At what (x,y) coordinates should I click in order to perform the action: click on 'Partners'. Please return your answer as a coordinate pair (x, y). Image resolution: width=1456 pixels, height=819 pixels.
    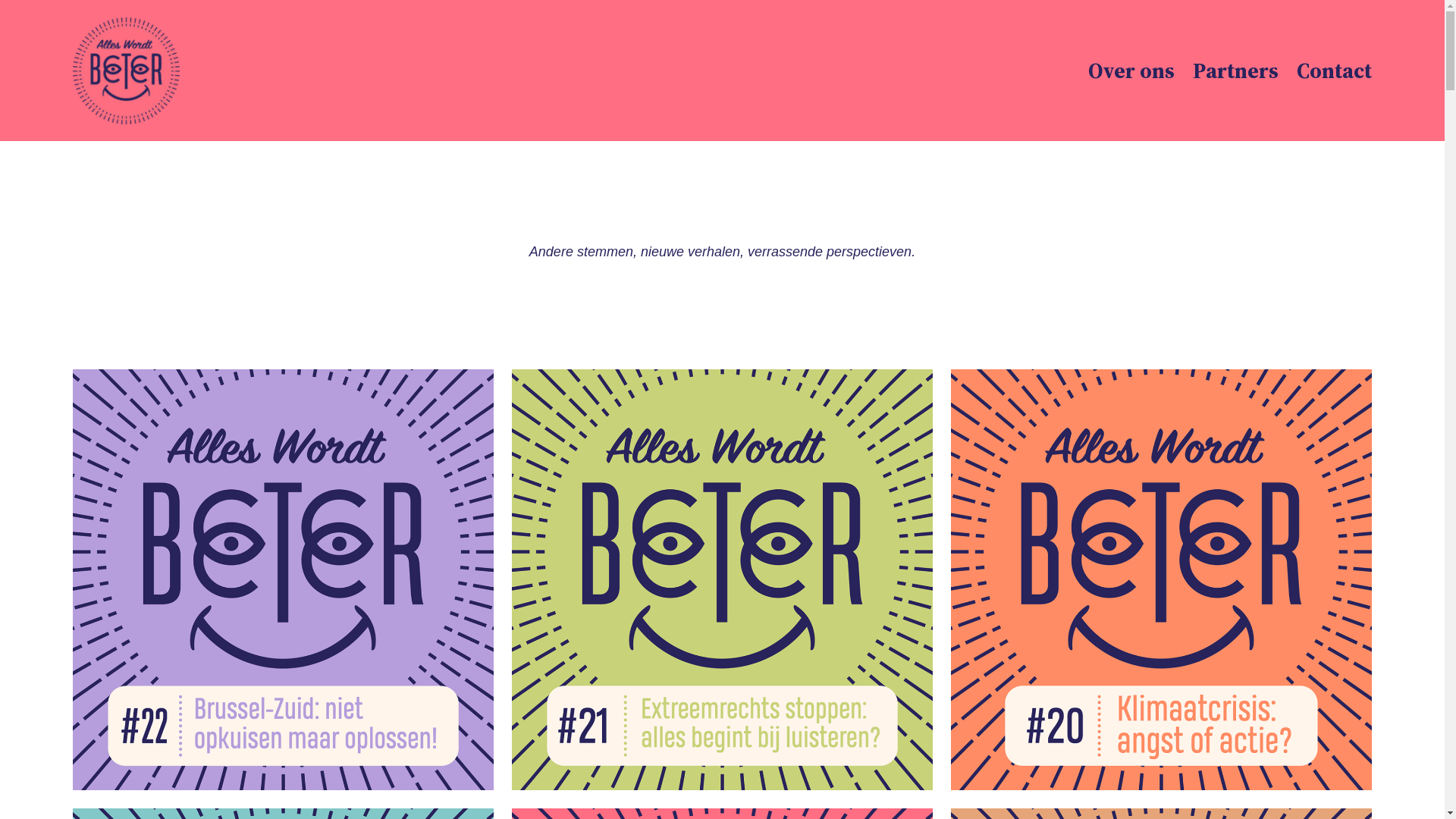
    Looking at the image, I should click on (1235, 71).